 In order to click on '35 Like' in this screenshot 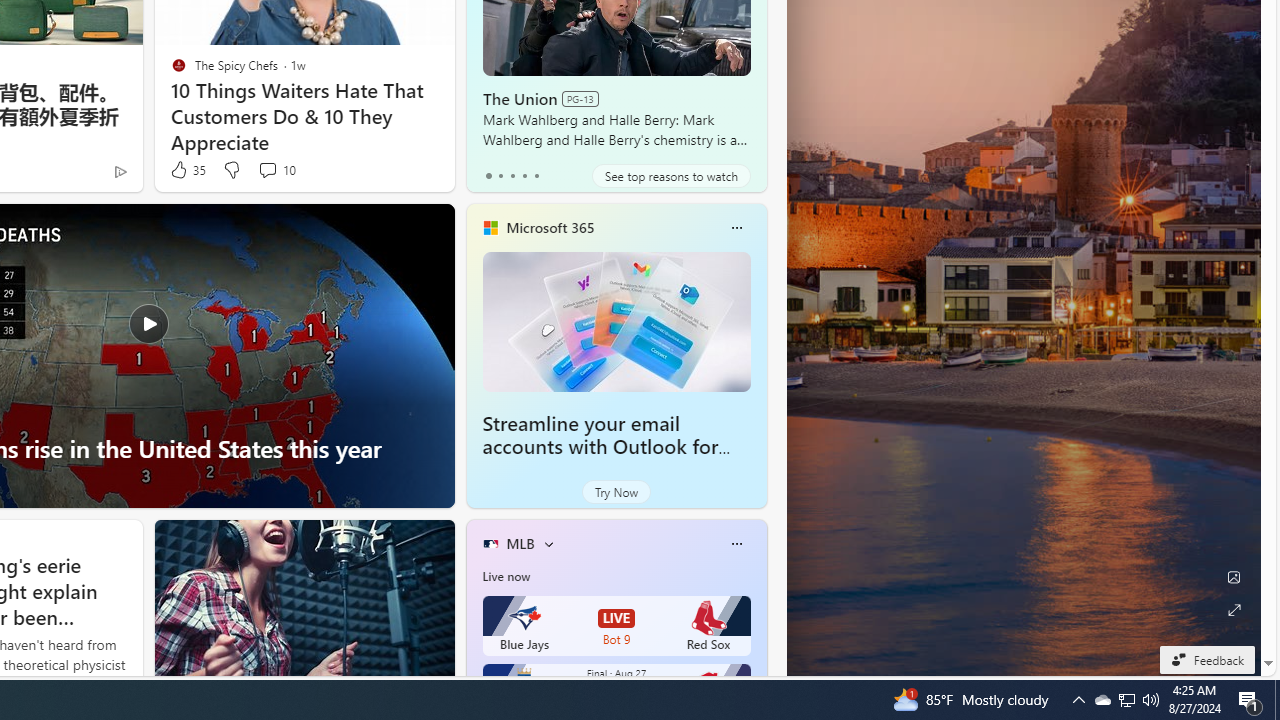, I will do `click(186, 169)`.